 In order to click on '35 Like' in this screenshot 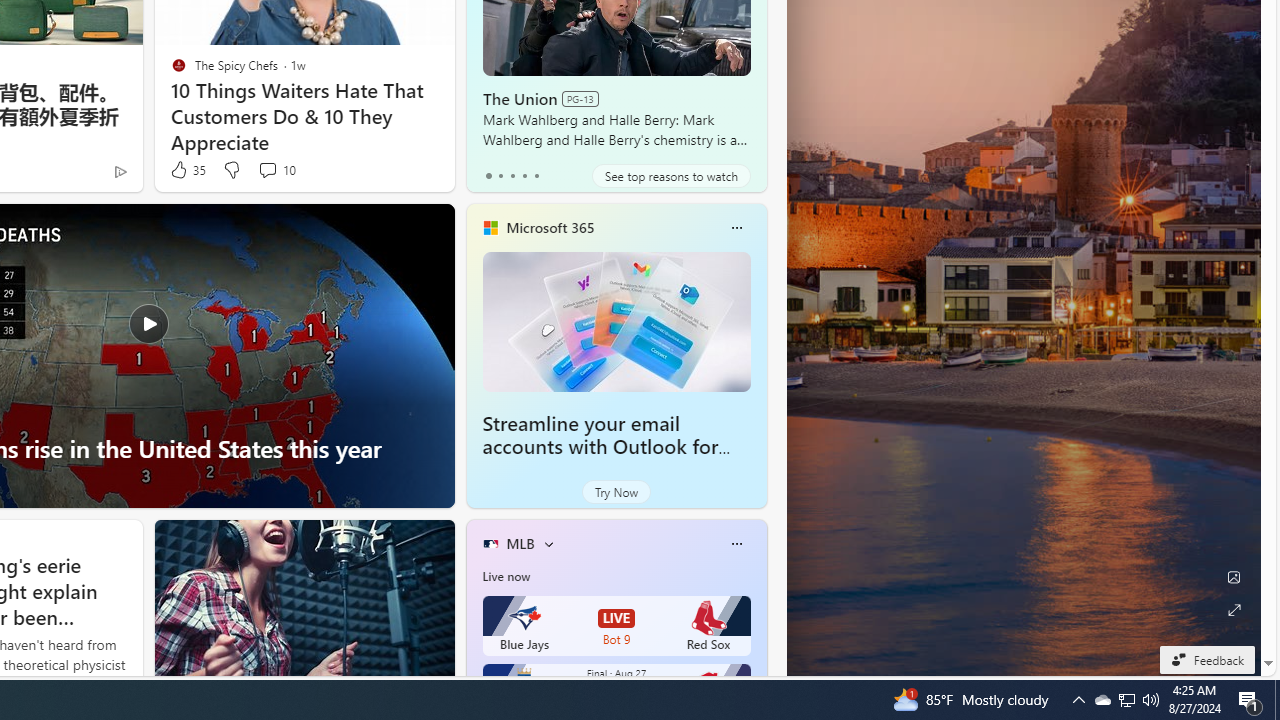, I will do `click(186, 169)`.